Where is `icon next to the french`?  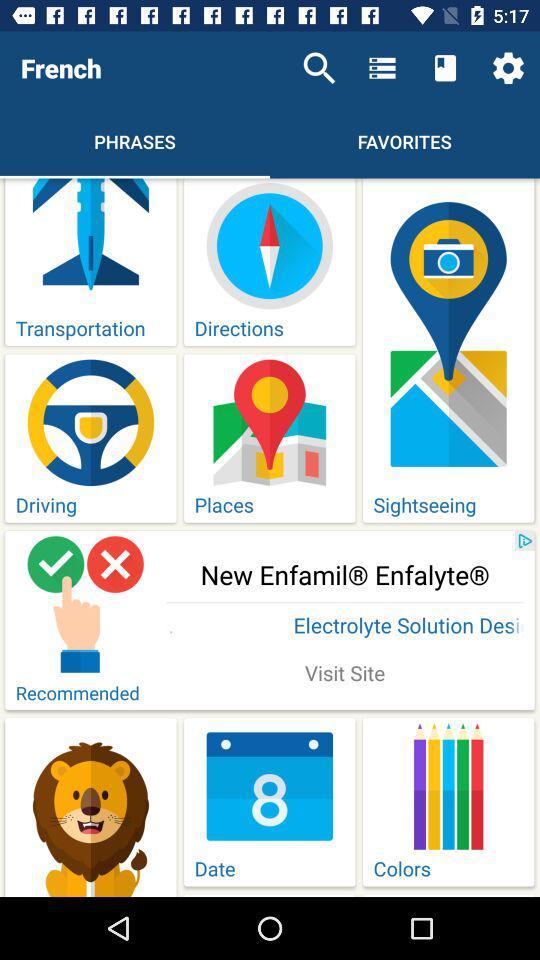
icon next to the french is located at coordinates (319, 68).